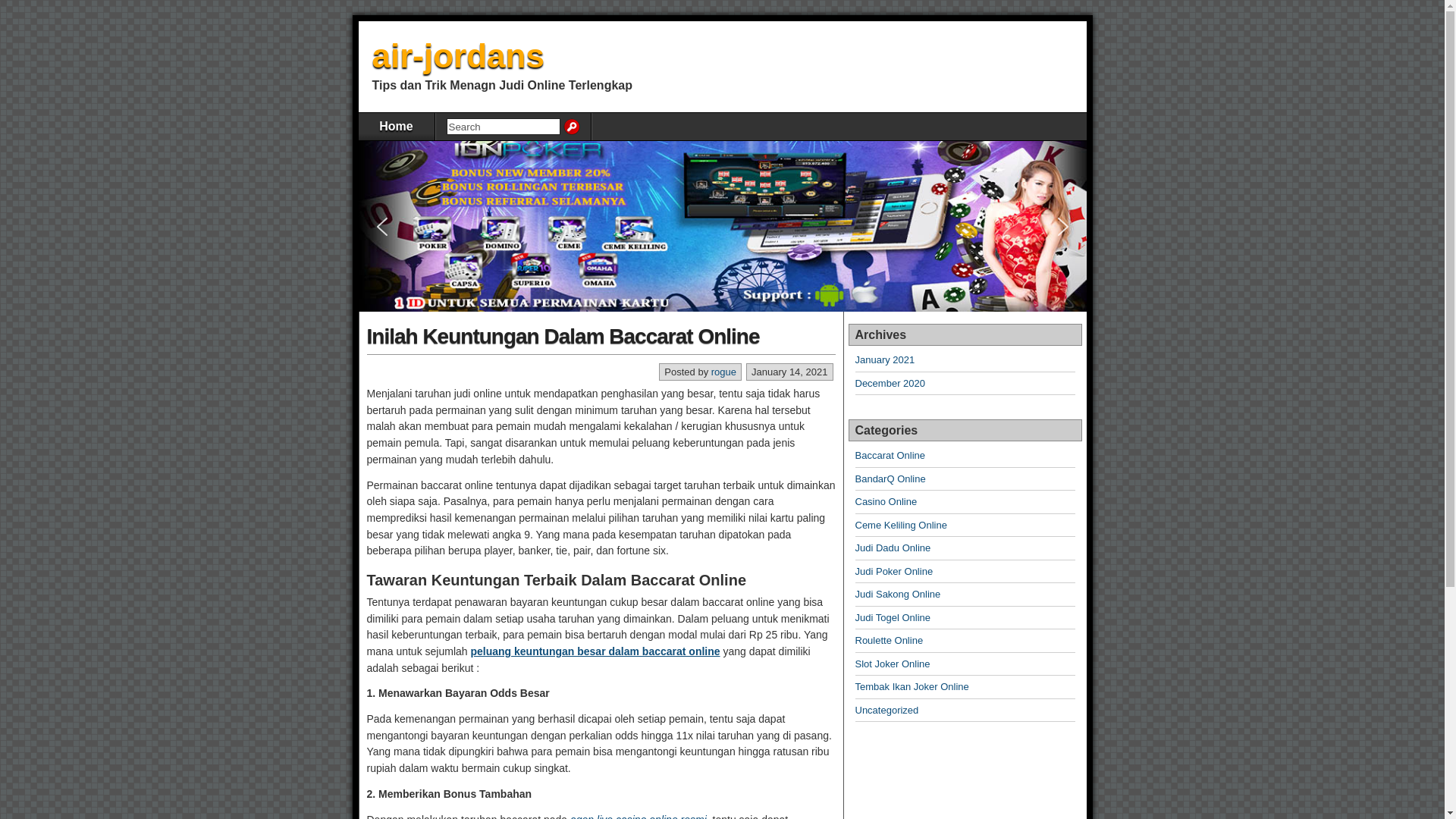 The width and height of the screenshot is (1456, 819). Describe the element at coordinates (890, 382) in the screenshot. I see `'December 2020'` at that location.